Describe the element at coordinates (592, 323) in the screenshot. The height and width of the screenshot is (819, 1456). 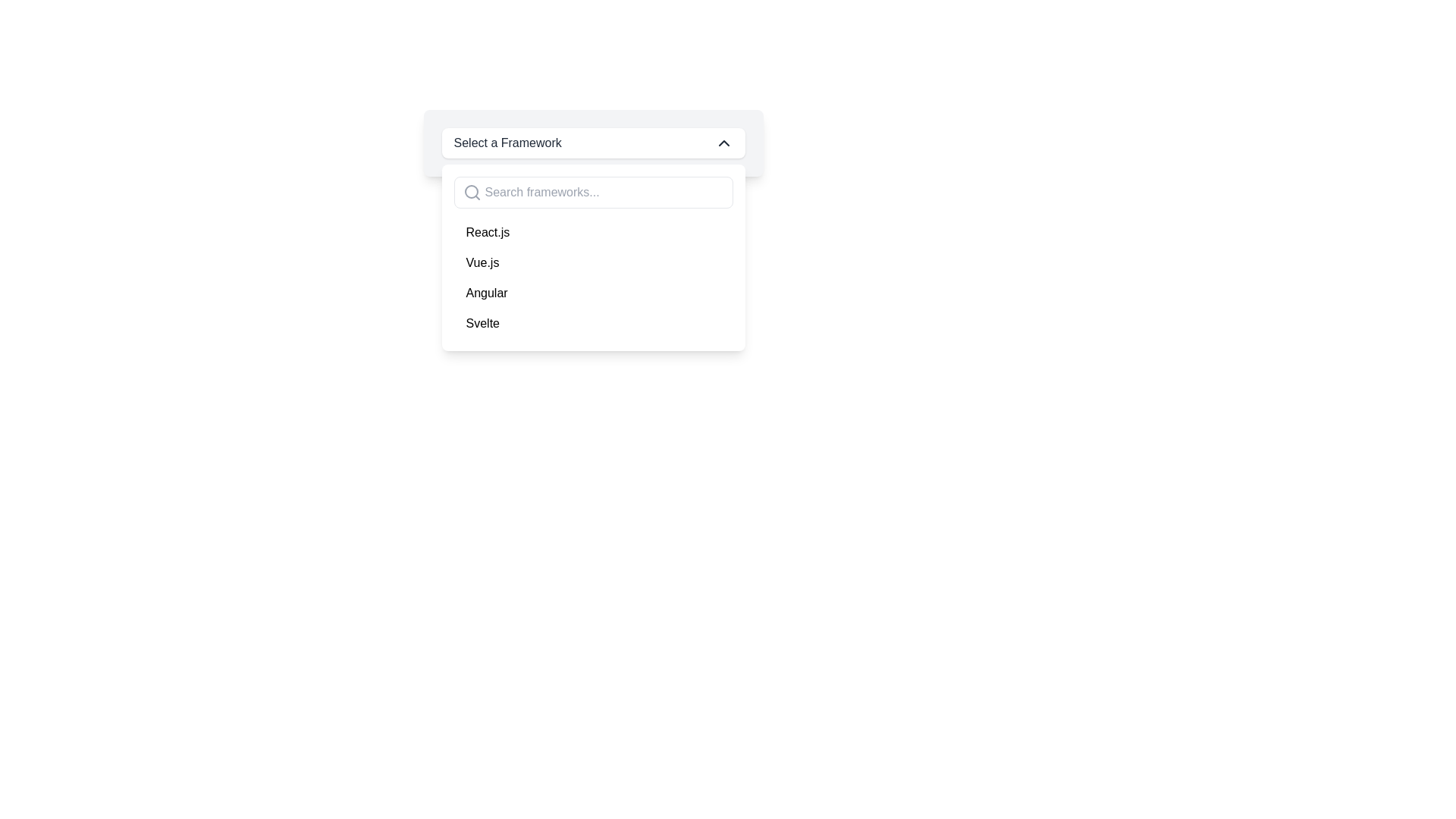
I see `the list item labeled 'Svelte' in the dropdown menu` at that location.